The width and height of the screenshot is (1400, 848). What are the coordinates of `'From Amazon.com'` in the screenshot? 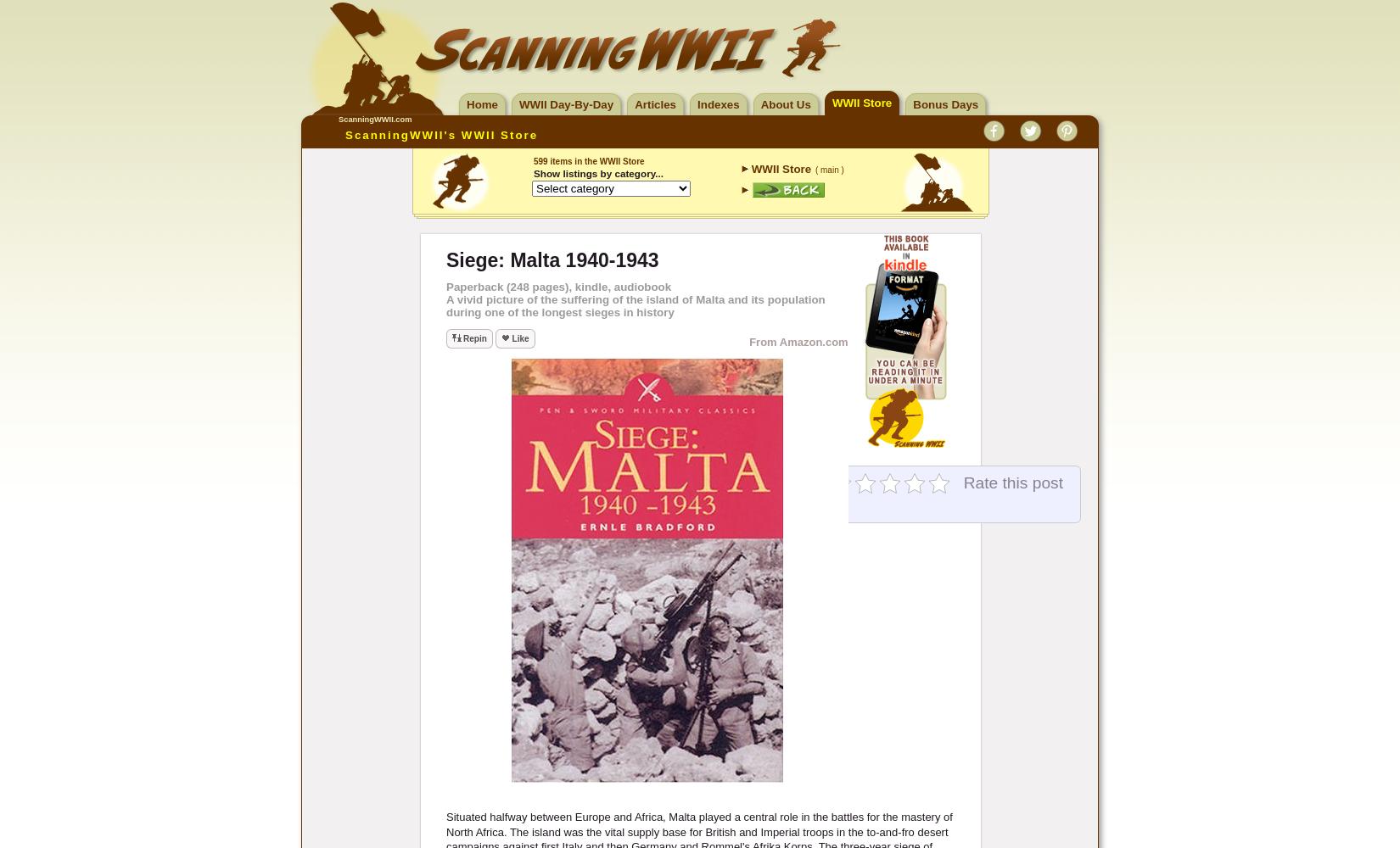 It's located at (798, 342).